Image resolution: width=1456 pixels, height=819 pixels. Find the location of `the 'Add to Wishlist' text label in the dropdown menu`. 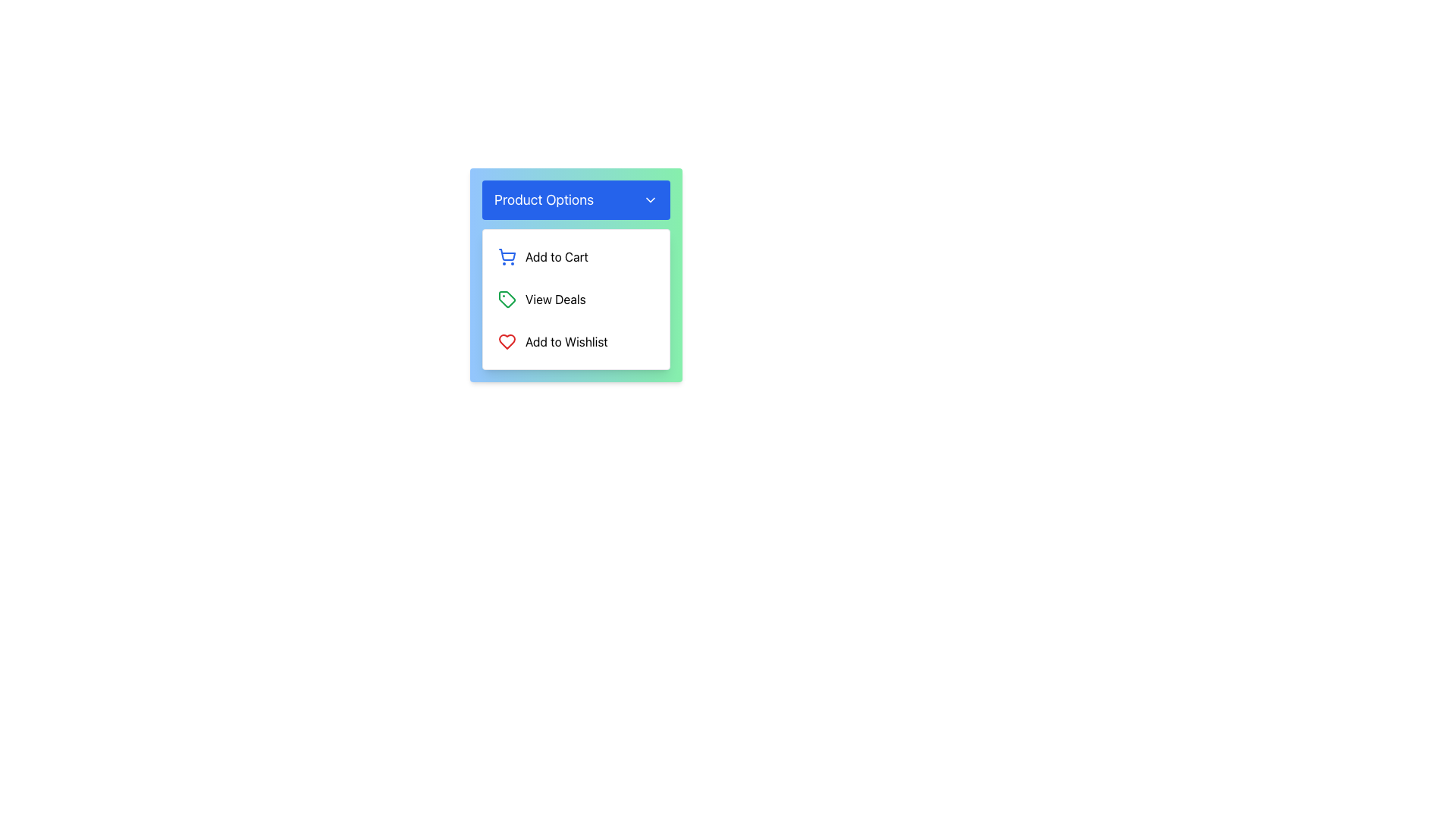

the 'Add to Wishlist' text label in the dropdown menu is located at coordinates (566, 342).